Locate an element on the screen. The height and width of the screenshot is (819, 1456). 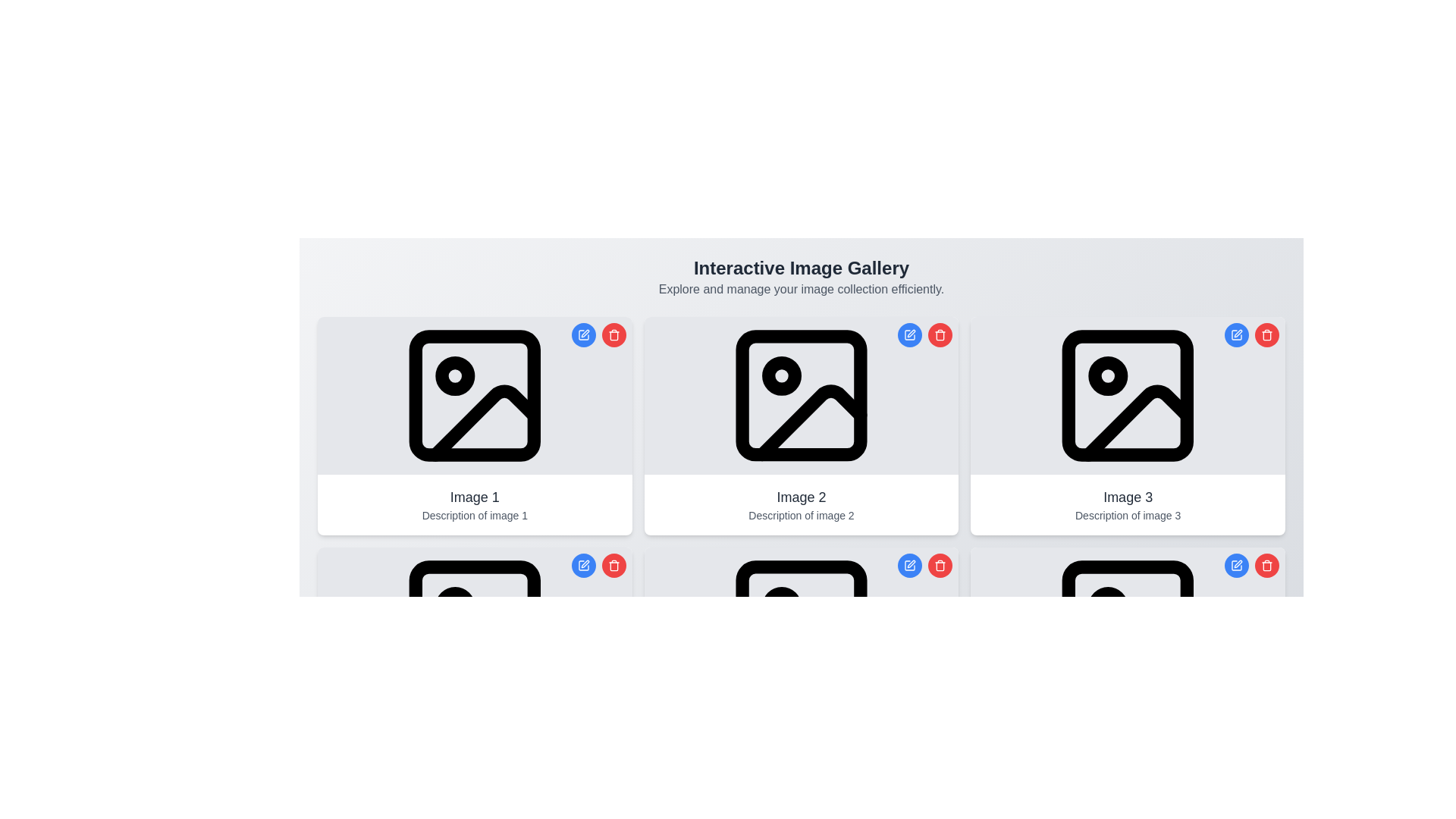
the pen icon inside the blue circular button is located at coordinates (1237, 565).